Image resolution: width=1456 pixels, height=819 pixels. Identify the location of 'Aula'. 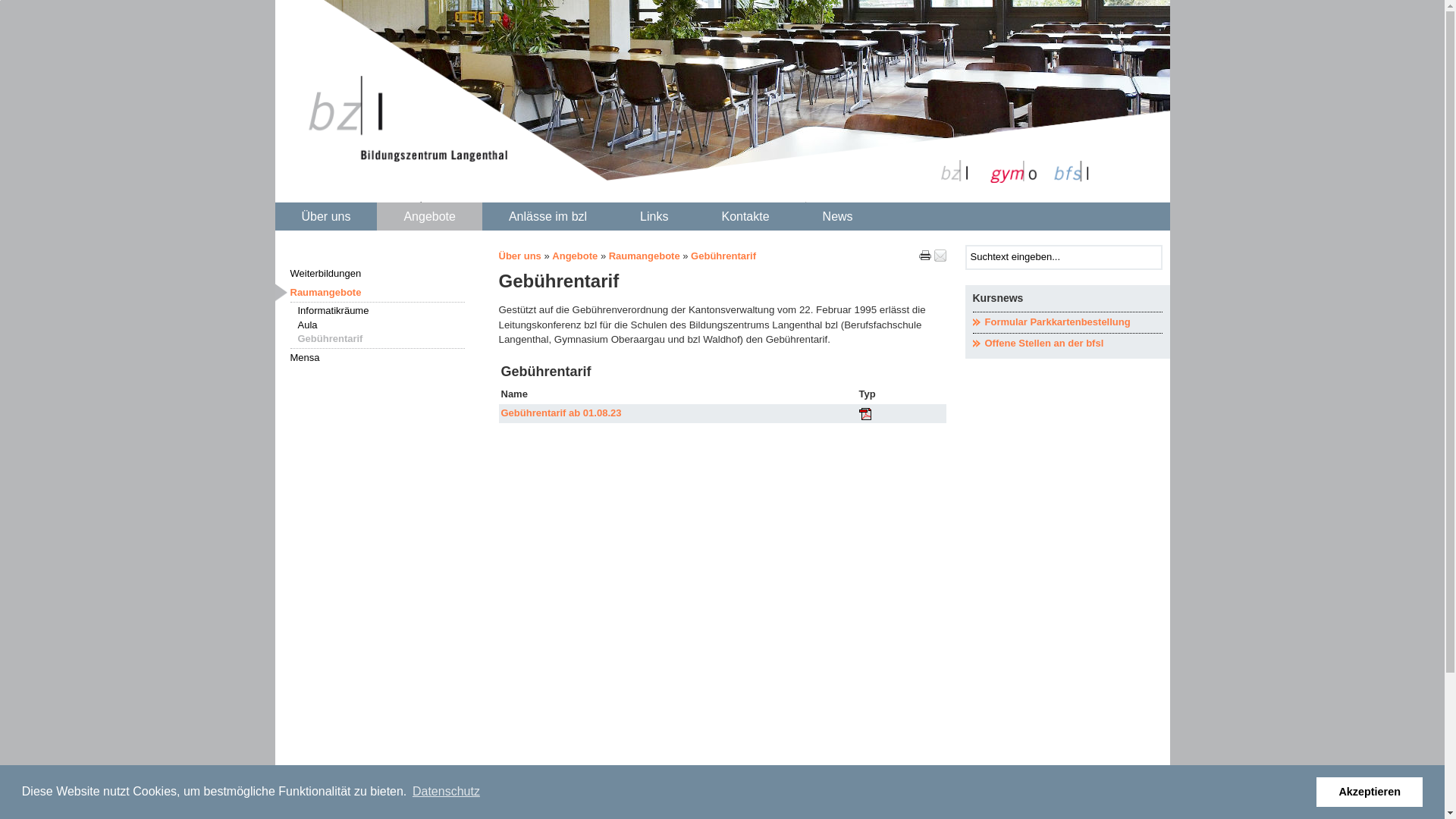
(381, 325).